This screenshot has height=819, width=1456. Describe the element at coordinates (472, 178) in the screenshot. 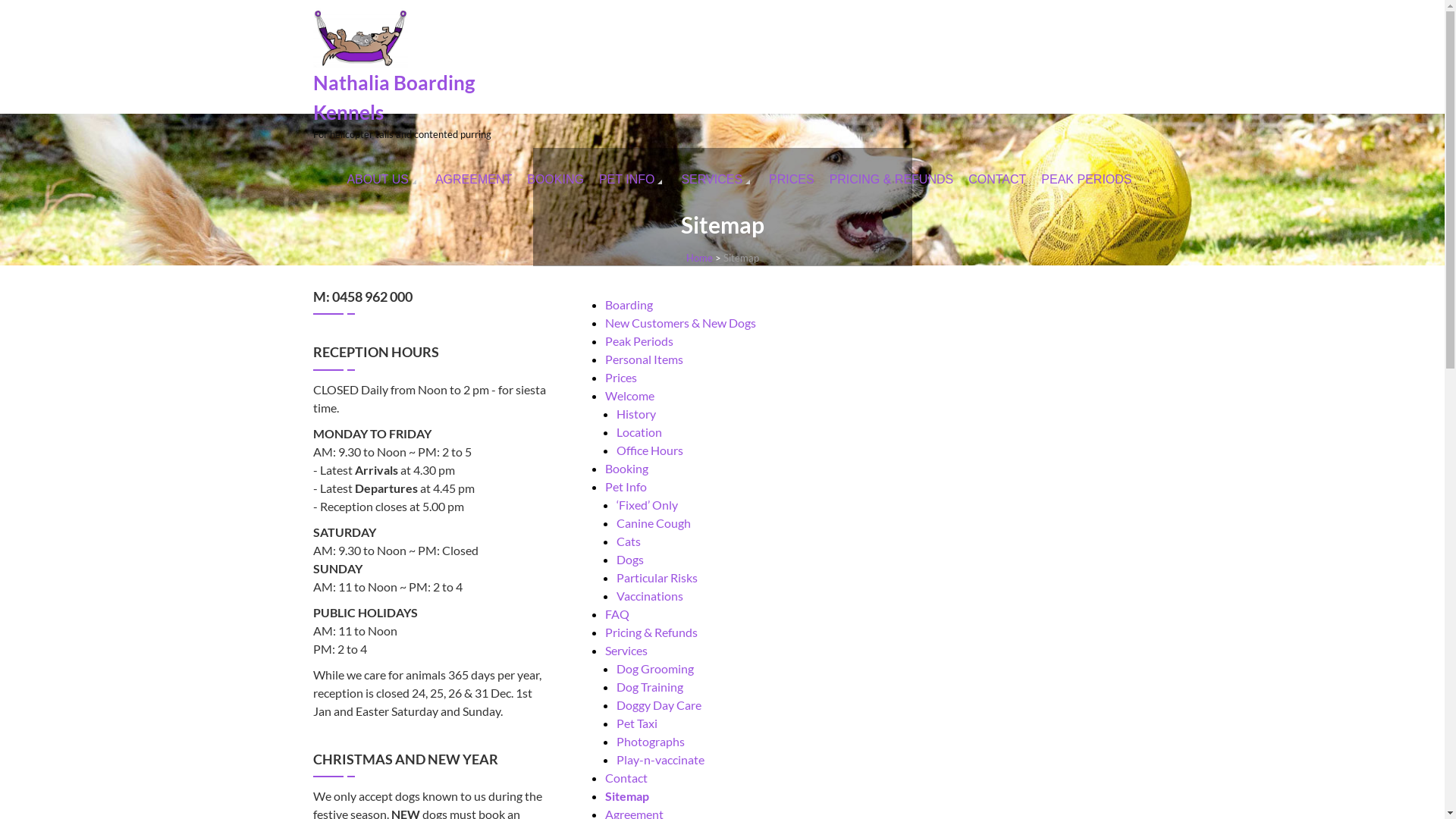

I see `'AGREEMENT'` at that location.